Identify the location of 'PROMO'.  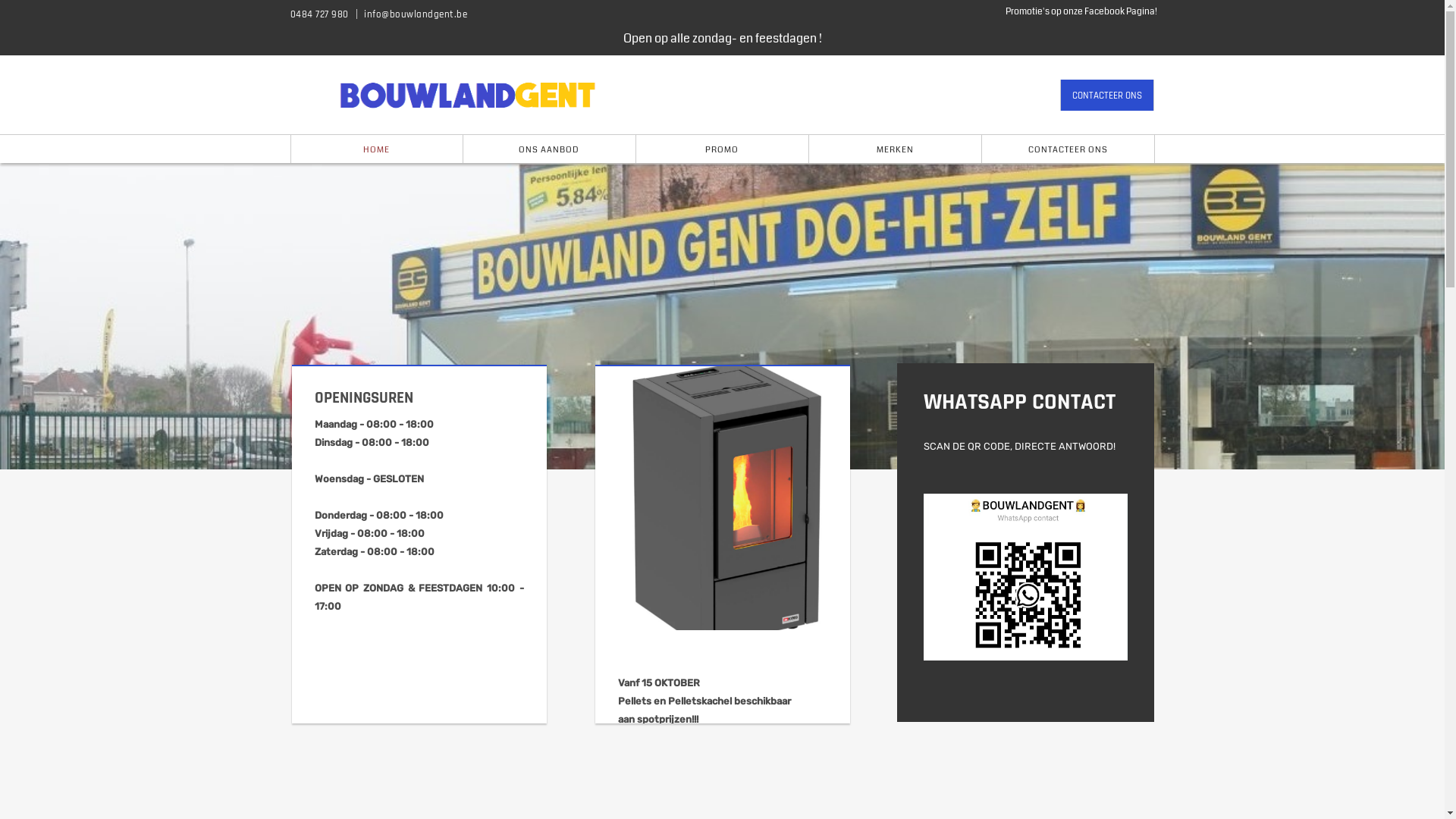
(635, 149).